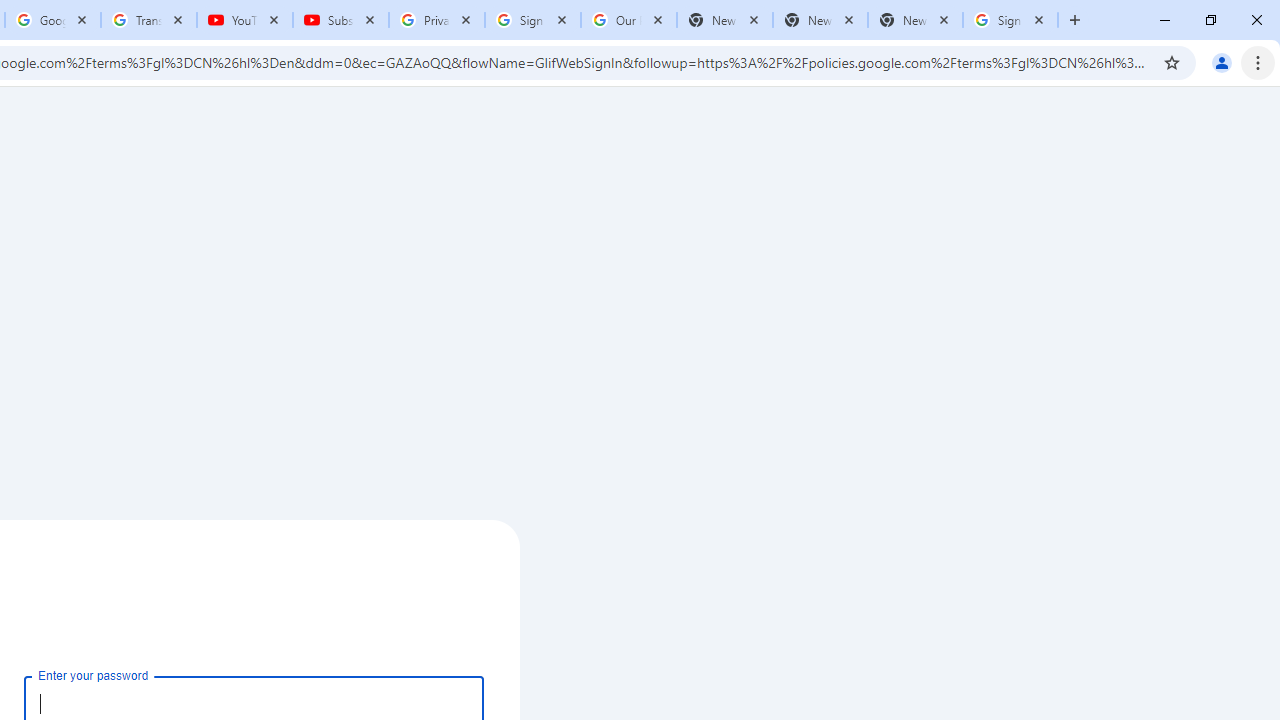  I want to click on 'Subscriptions - YouTube', so click(341, 20).